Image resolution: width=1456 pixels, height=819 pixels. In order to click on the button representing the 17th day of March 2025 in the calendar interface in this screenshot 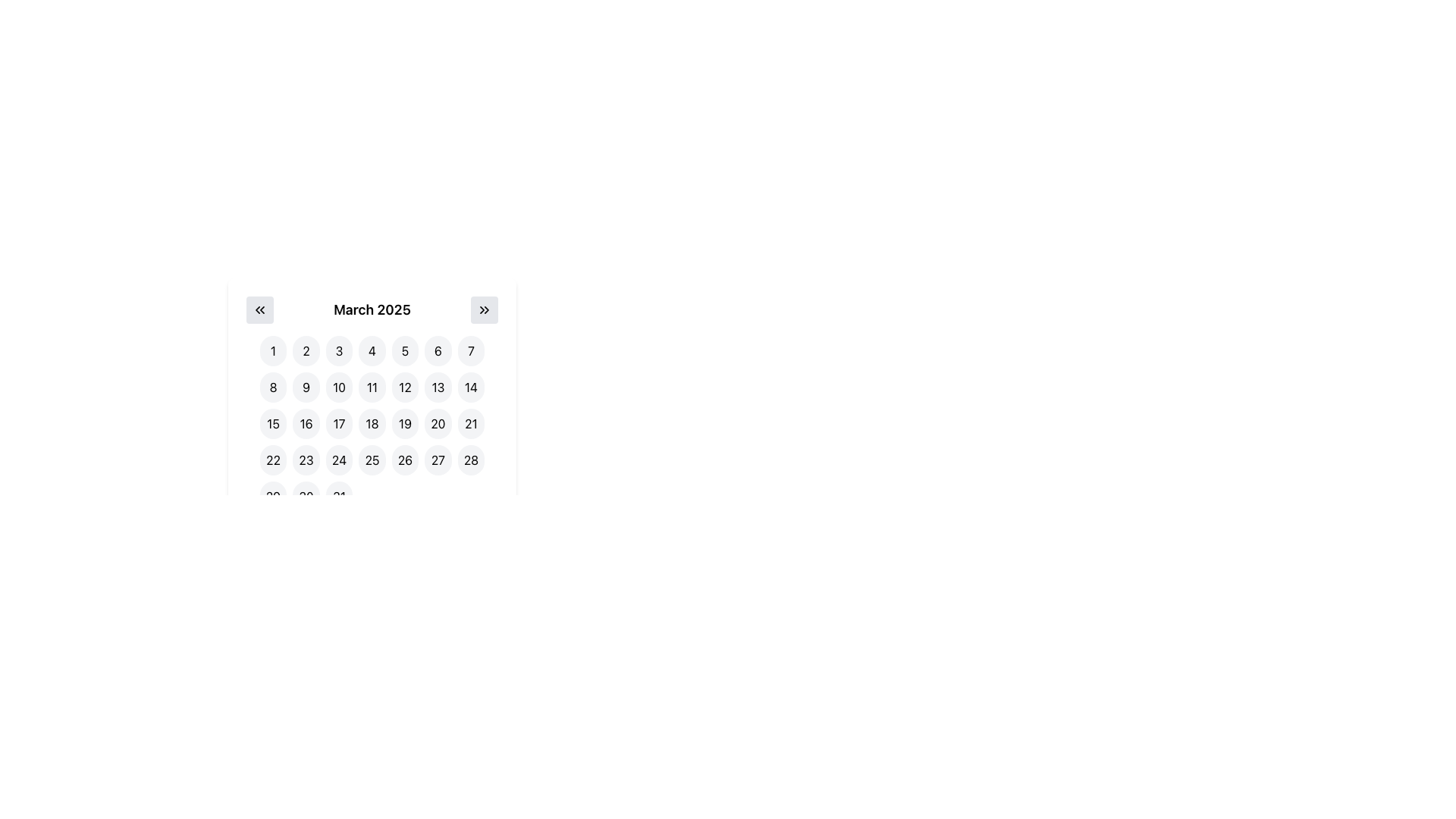, I will do `click(338, 424)`.